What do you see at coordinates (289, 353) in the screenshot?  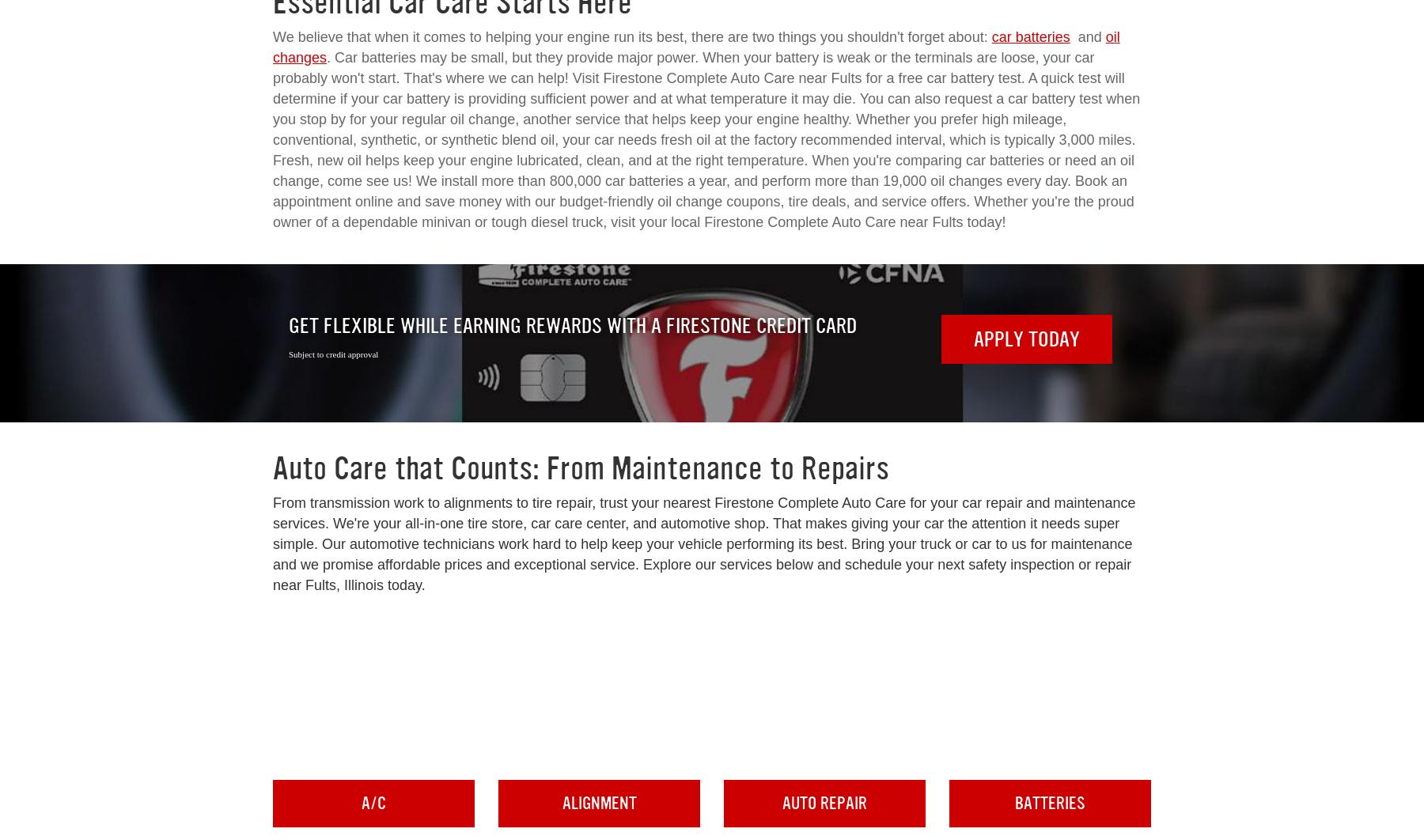 I see `'Subject to credit approval'` at bounding box center [289, 353].